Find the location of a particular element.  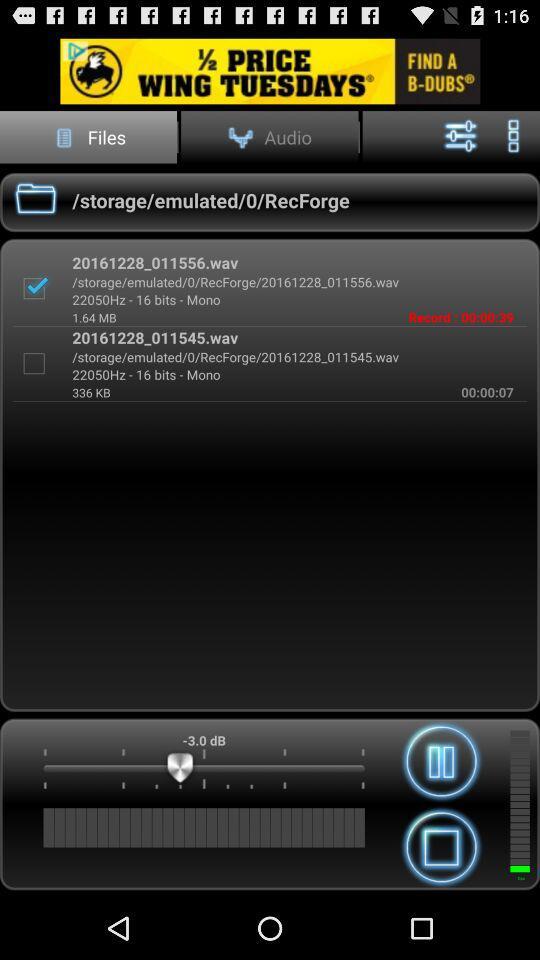

advertisement area is located at coordinates (270, 71).